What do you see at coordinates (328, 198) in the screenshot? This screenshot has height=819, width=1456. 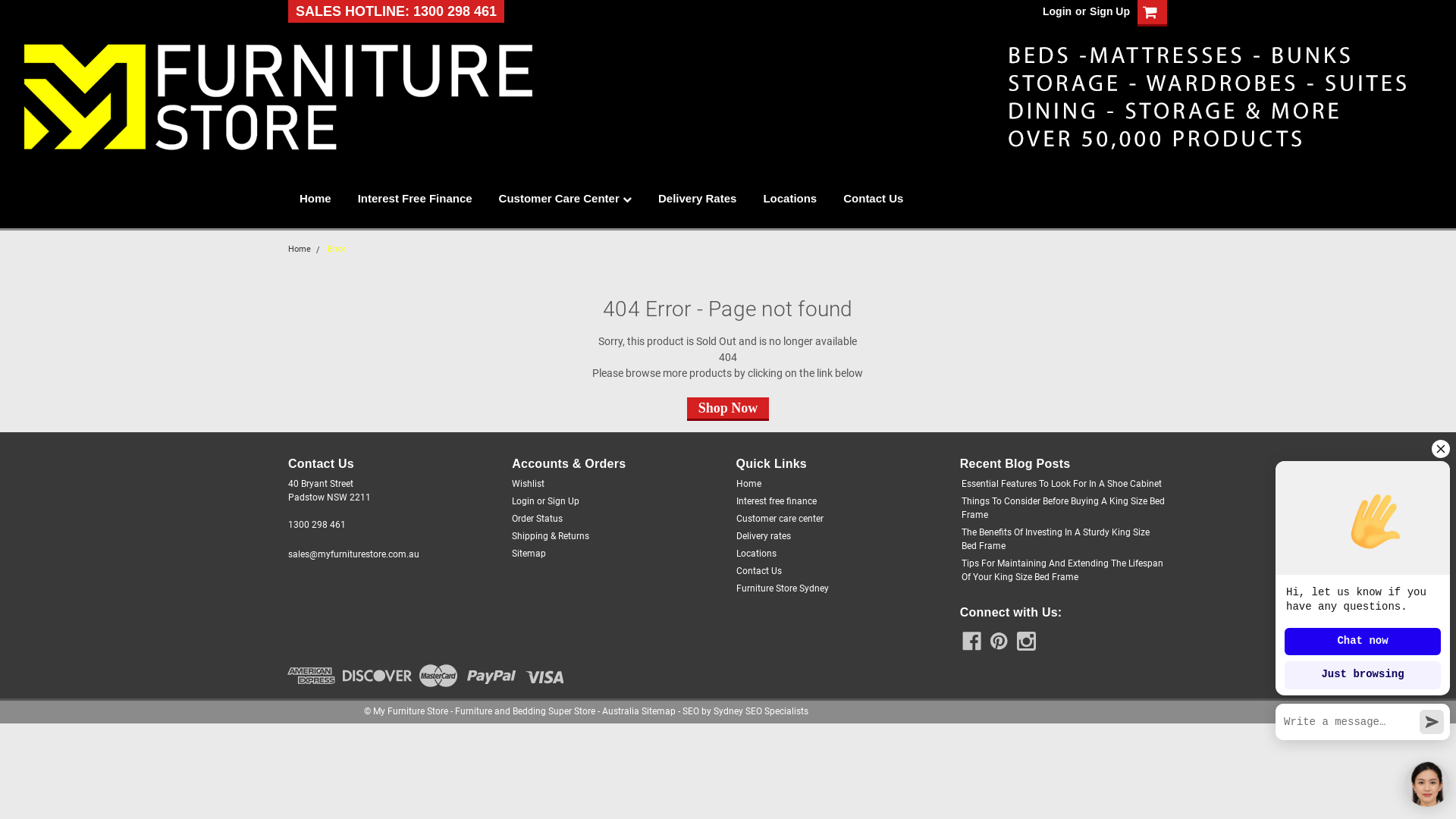 I see `'Home'` at bounding box center [328, 198].